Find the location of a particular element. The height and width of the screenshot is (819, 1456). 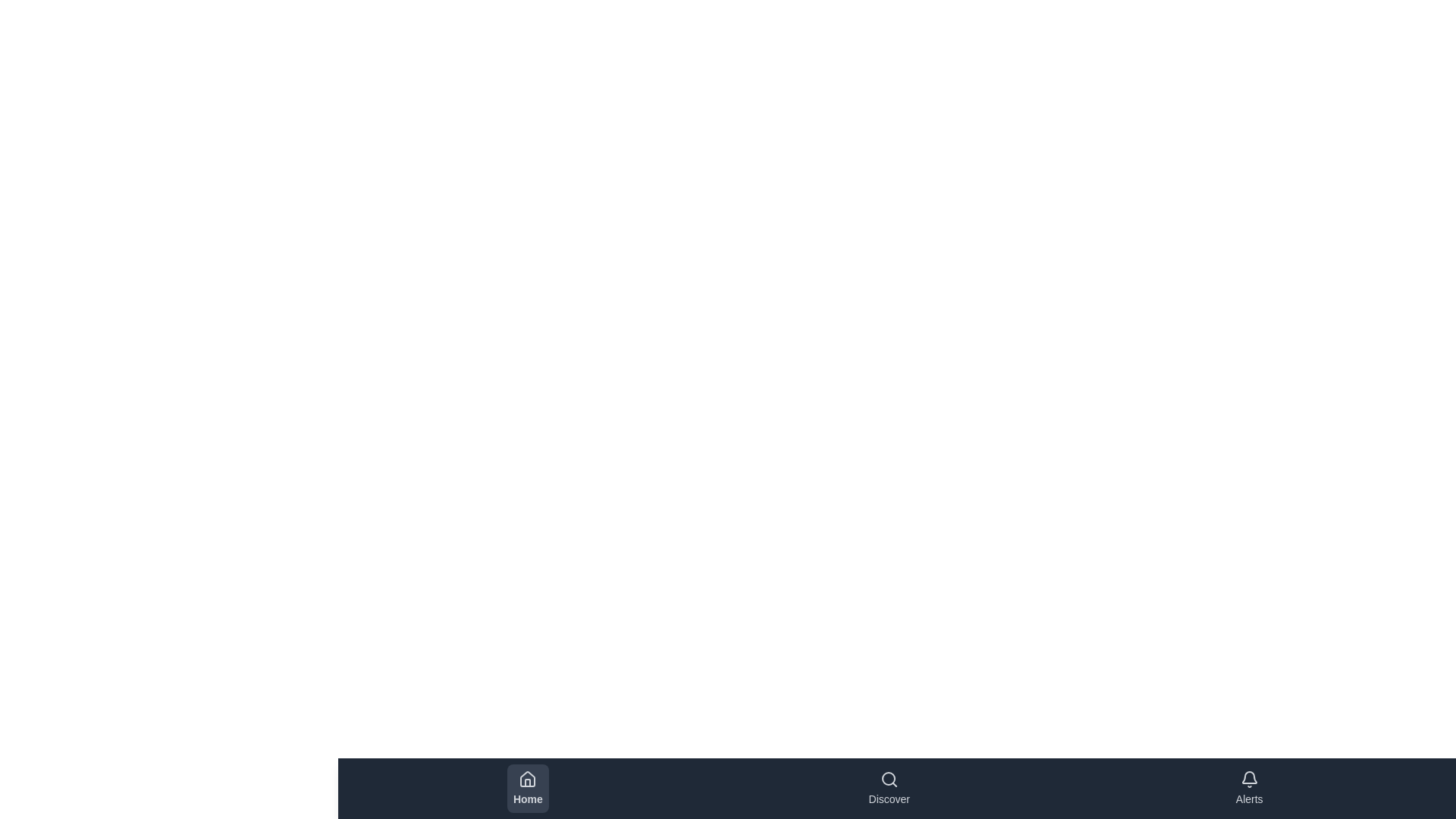

the button labeled Home to inspect its visual design is located at coordinates (528, 788).